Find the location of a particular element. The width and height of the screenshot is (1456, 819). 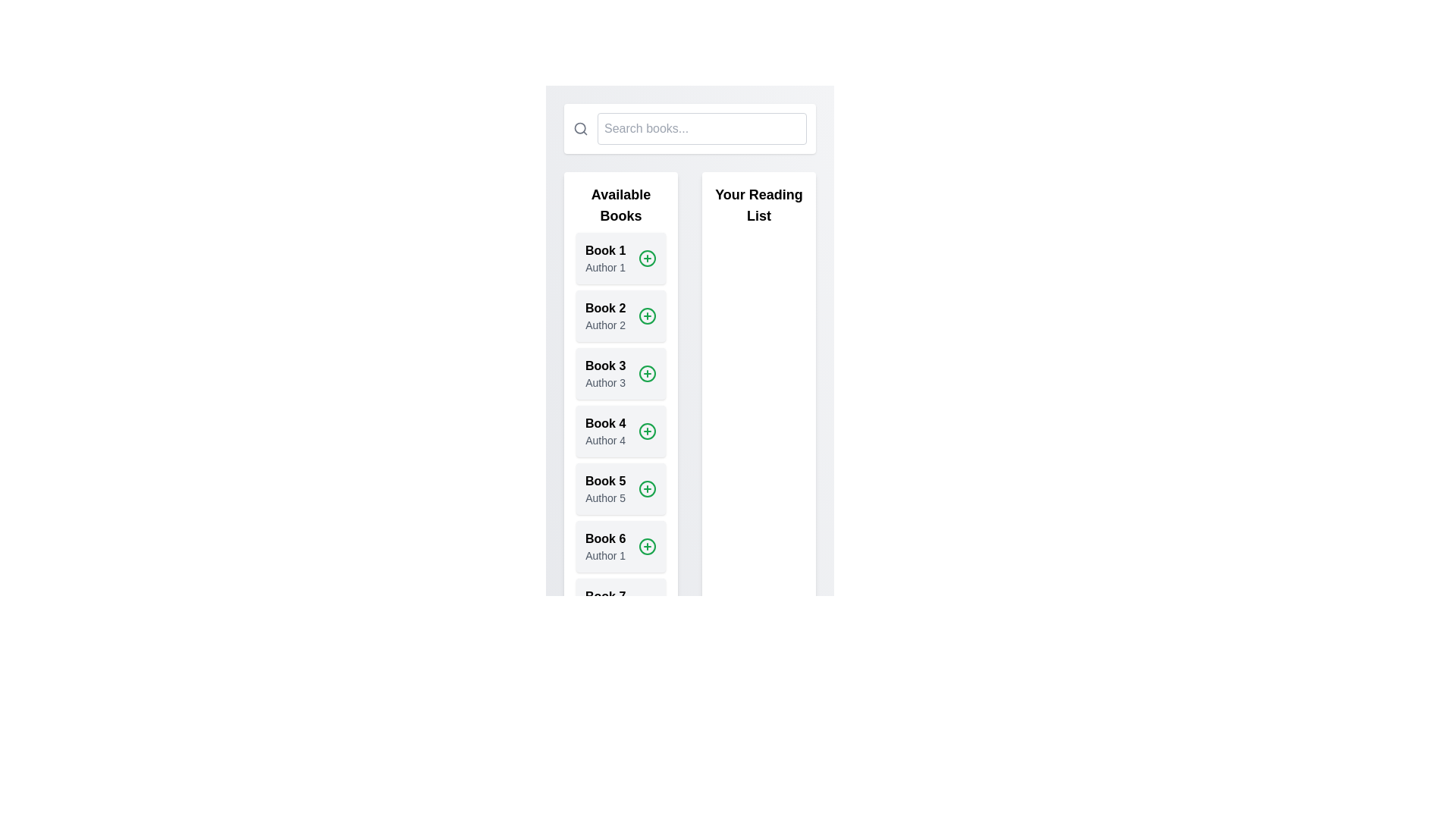

the fifth book title in the 'Available Books' section, which is located directly above 'Author 5' and next to a green '+' button is located at coordinates (604, 482).